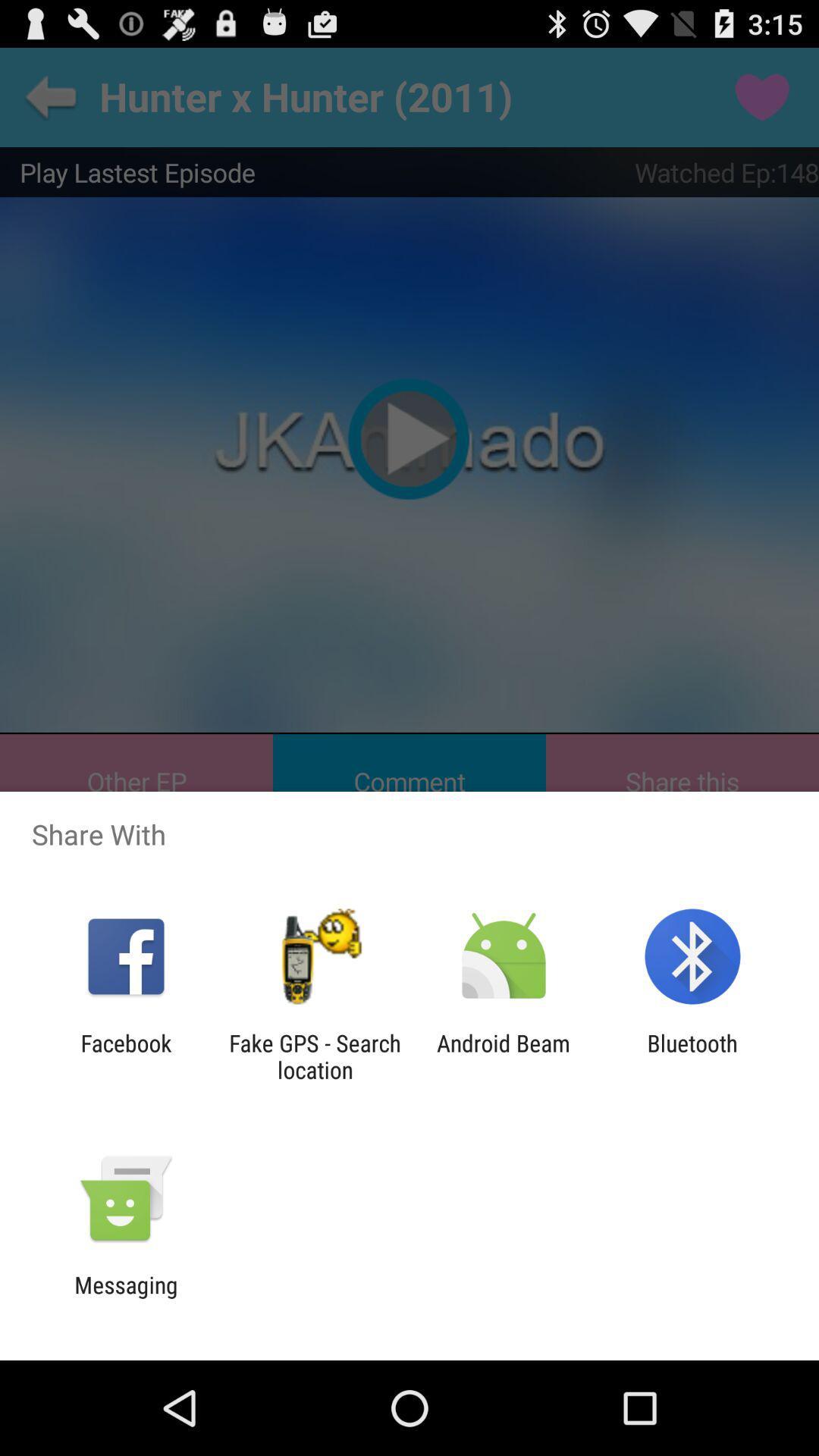 The height and width of the screenshot is (1456, 819). What do you see at coordinates (314, 1056) in the screenshot?
I see `the app next to android beam item` at bounding box center [314, 1056].